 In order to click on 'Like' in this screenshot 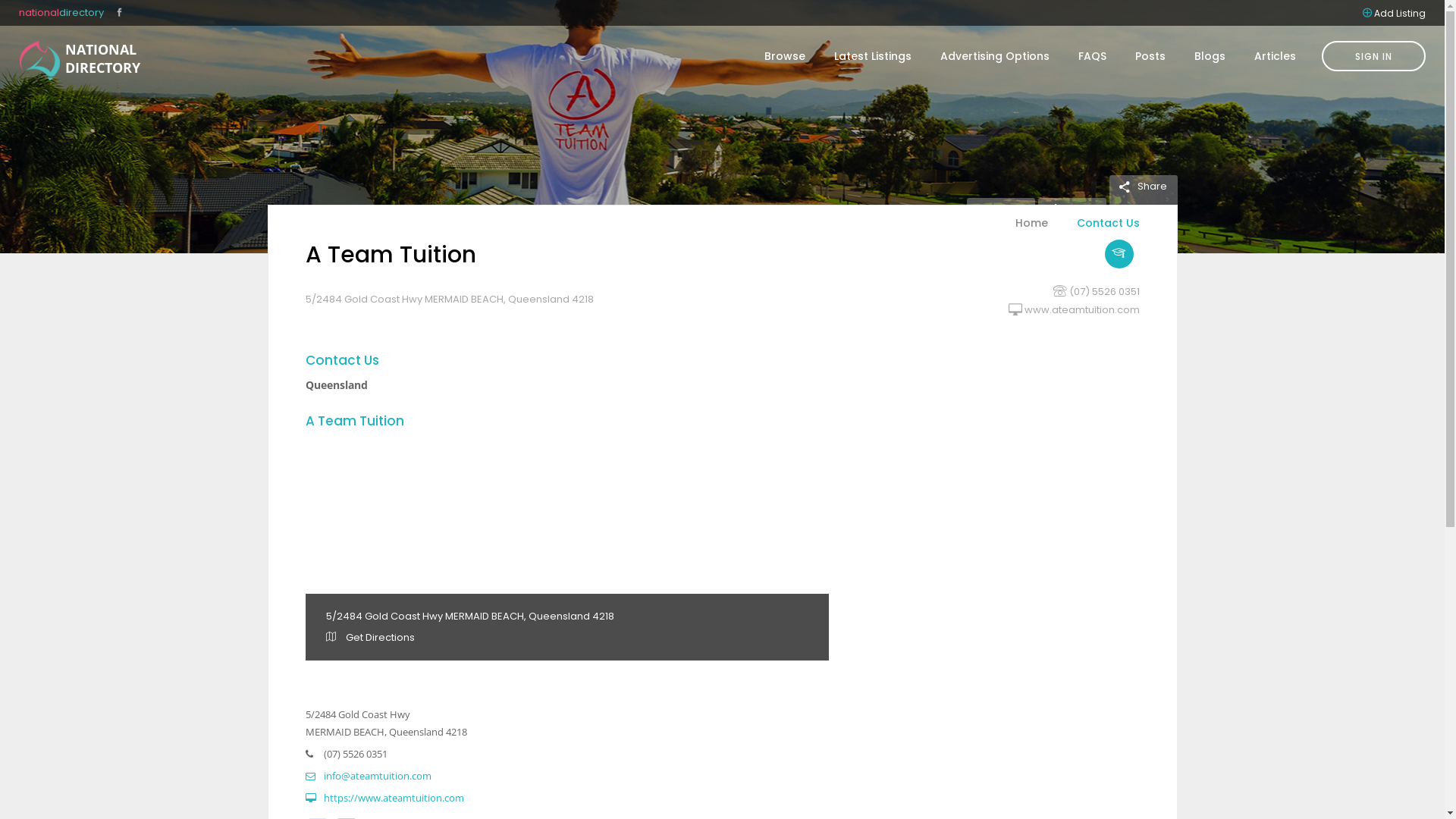, I will do `click(1065, 208)`.